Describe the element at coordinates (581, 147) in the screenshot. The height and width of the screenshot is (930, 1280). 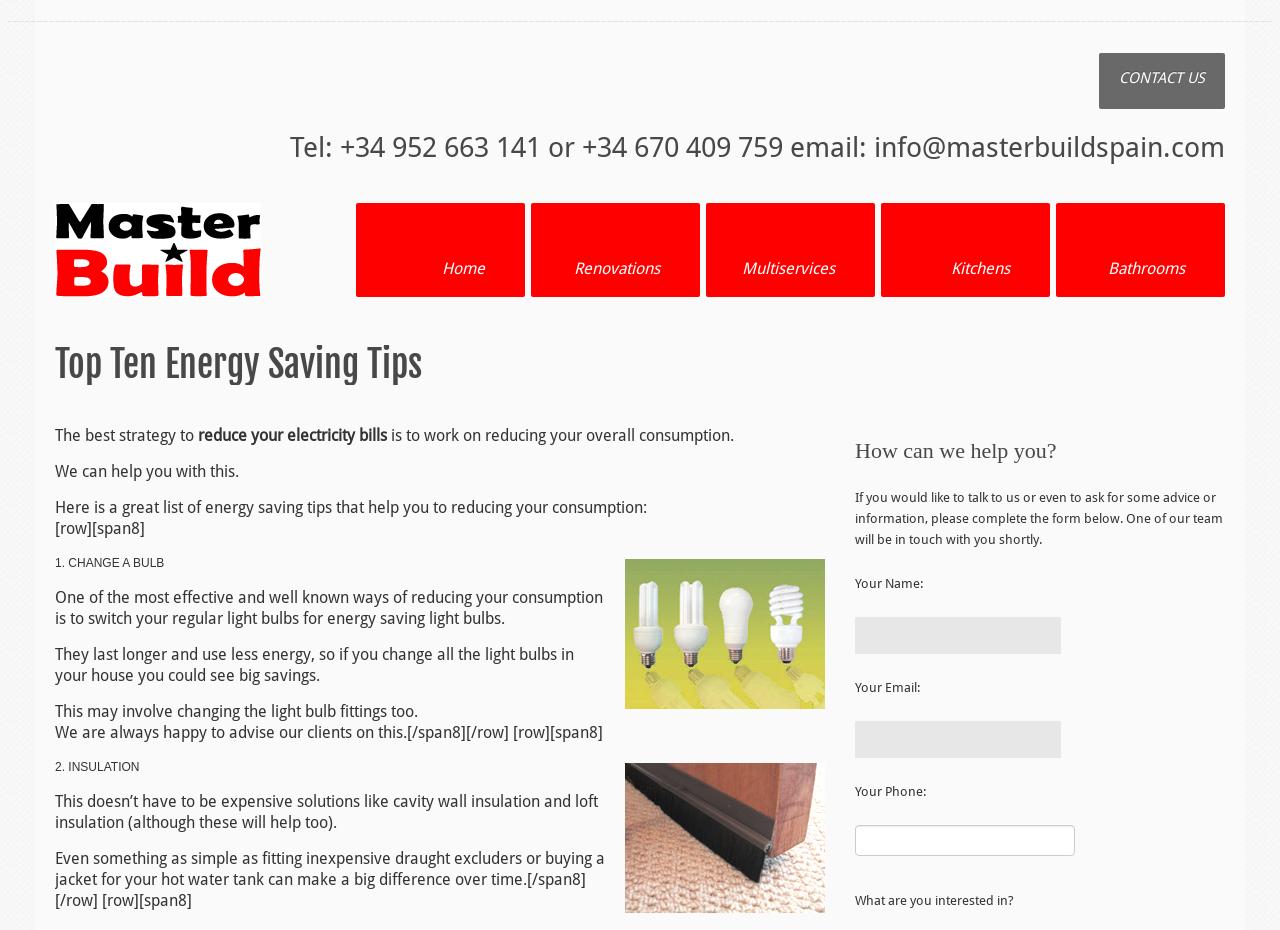
I see `'Tel: +34 952 663 141 or +34 670 409 759 email:'` at that location.